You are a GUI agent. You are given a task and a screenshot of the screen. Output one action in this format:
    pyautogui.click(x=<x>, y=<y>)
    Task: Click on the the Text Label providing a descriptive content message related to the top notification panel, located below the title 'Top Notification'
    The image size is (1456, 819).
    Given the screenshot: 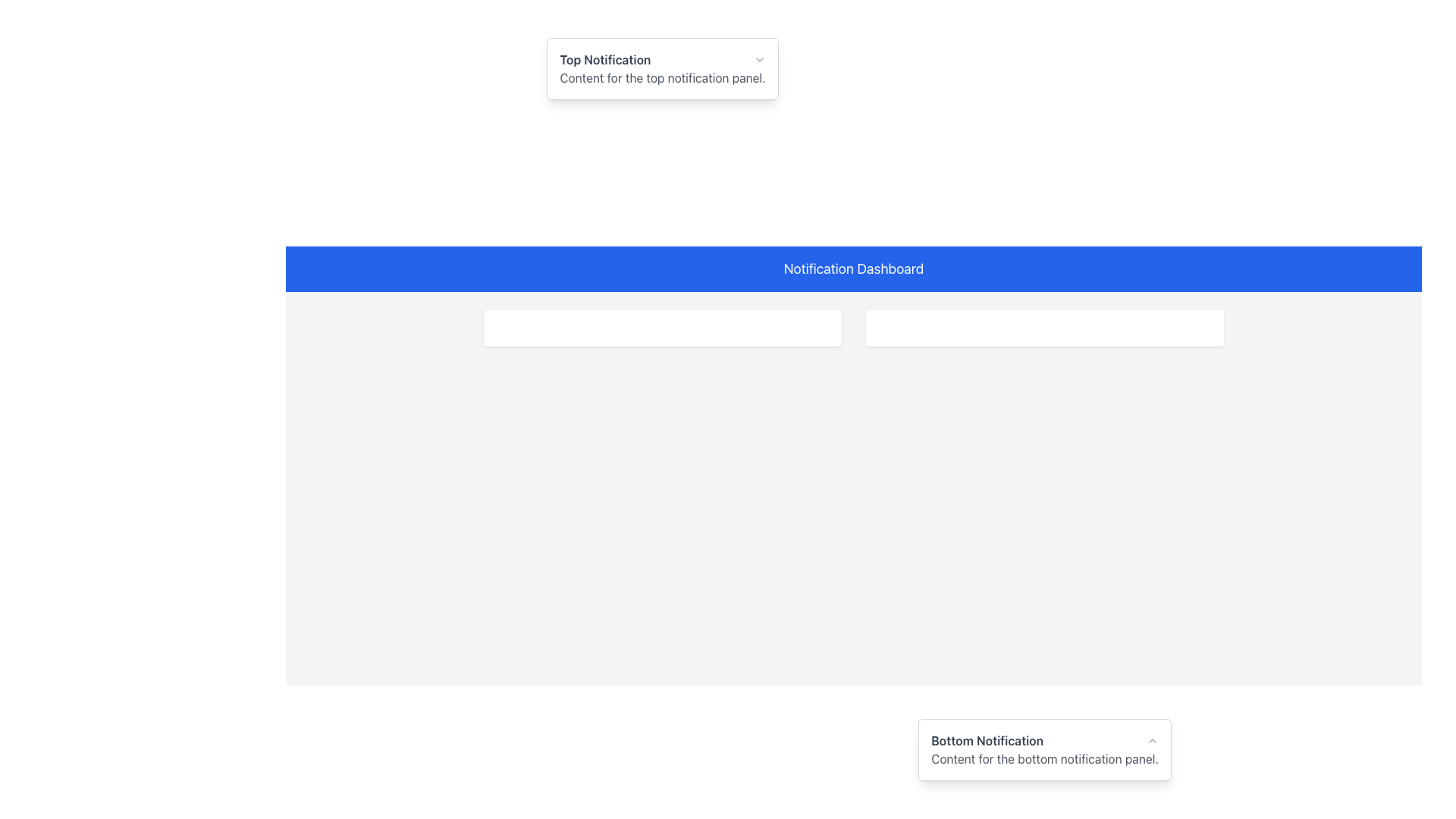 What is the action you would take?
    pyautogui.click(x=662, y=78)
    